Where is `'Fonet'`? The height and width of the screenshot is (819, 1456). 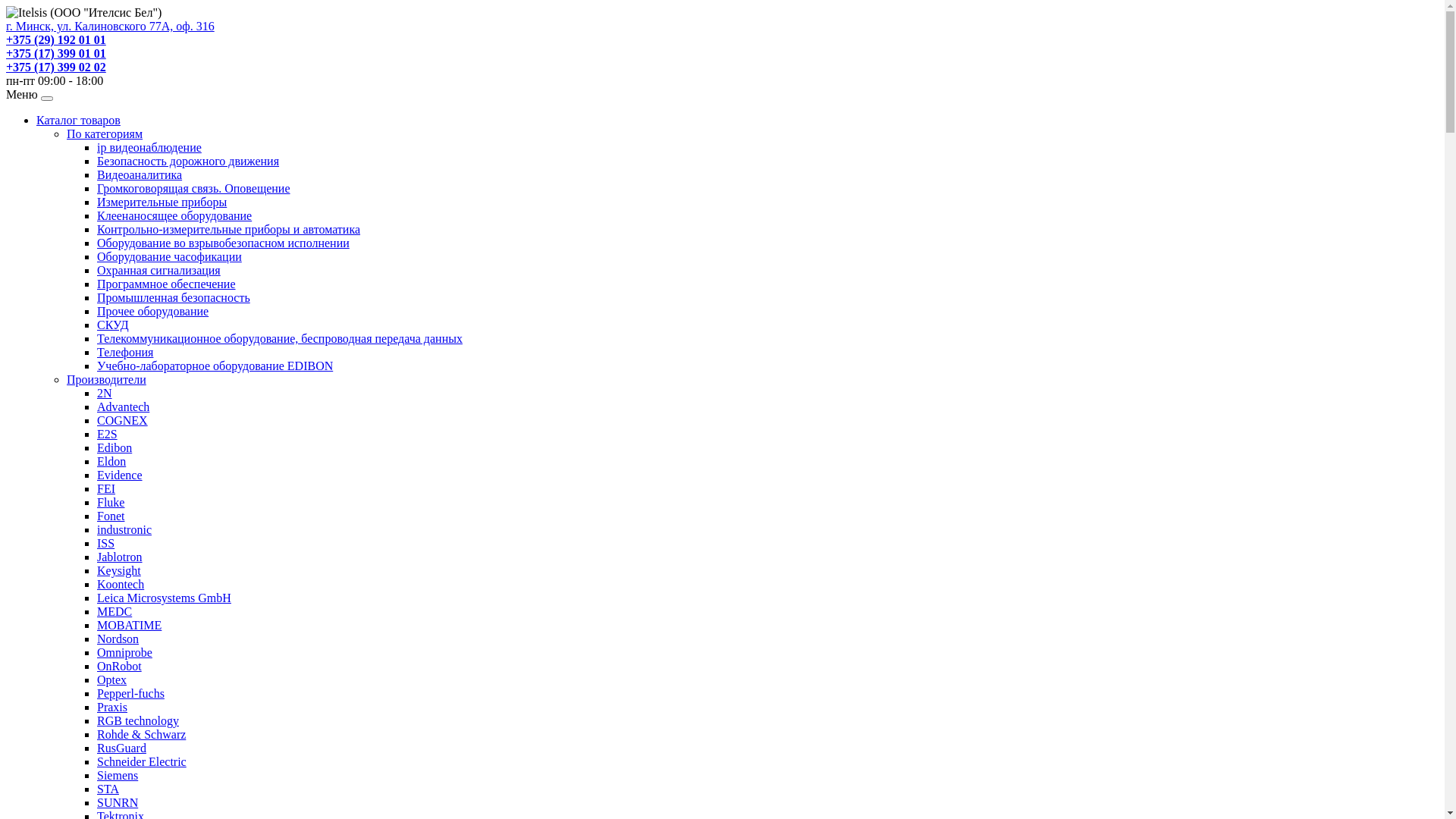
'Fonet' is located at coordinates (96, 515).